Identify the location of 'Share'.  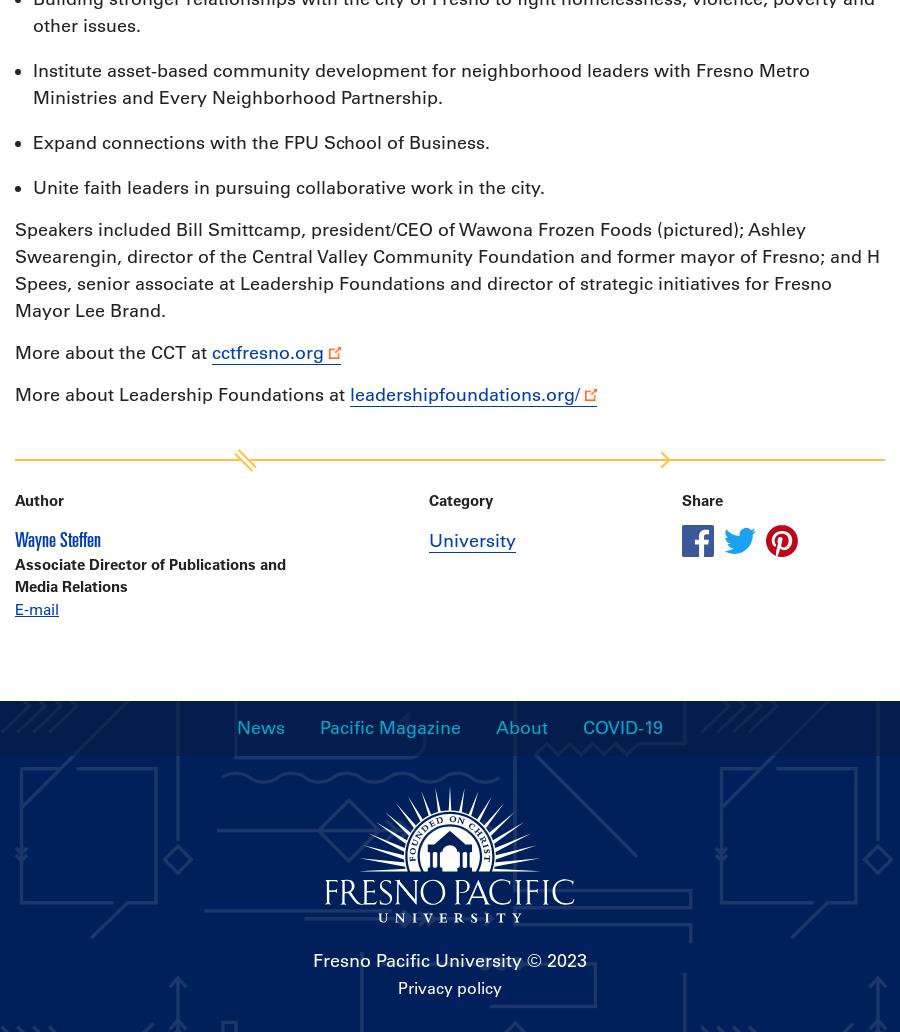
(701, 499).